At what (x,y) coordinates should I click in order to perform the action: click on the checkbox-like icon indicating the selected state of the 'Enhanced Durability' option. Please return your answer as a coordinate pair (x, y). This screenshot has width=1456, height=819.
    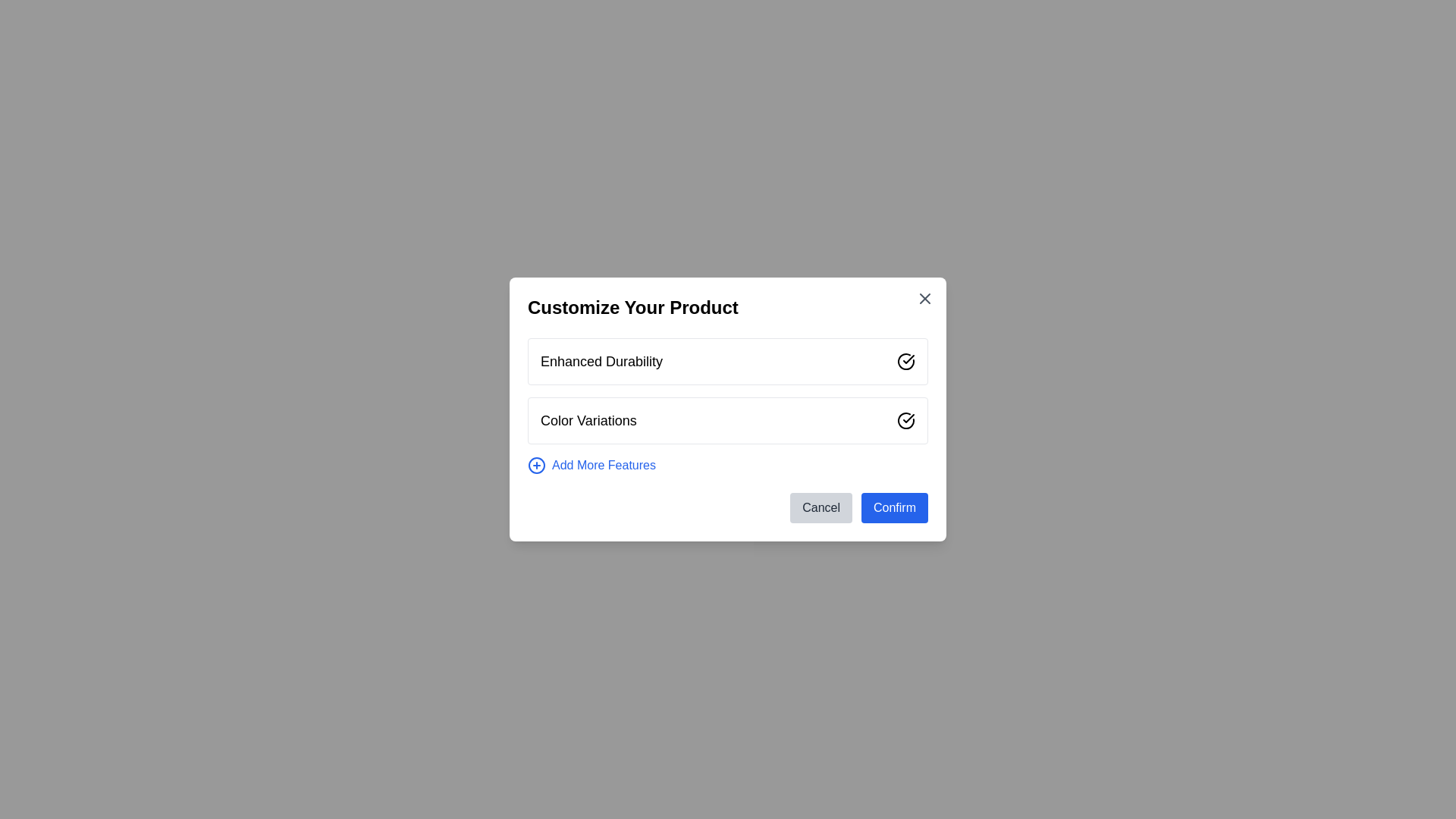
    Looking at the image, I should click on (906, 362).